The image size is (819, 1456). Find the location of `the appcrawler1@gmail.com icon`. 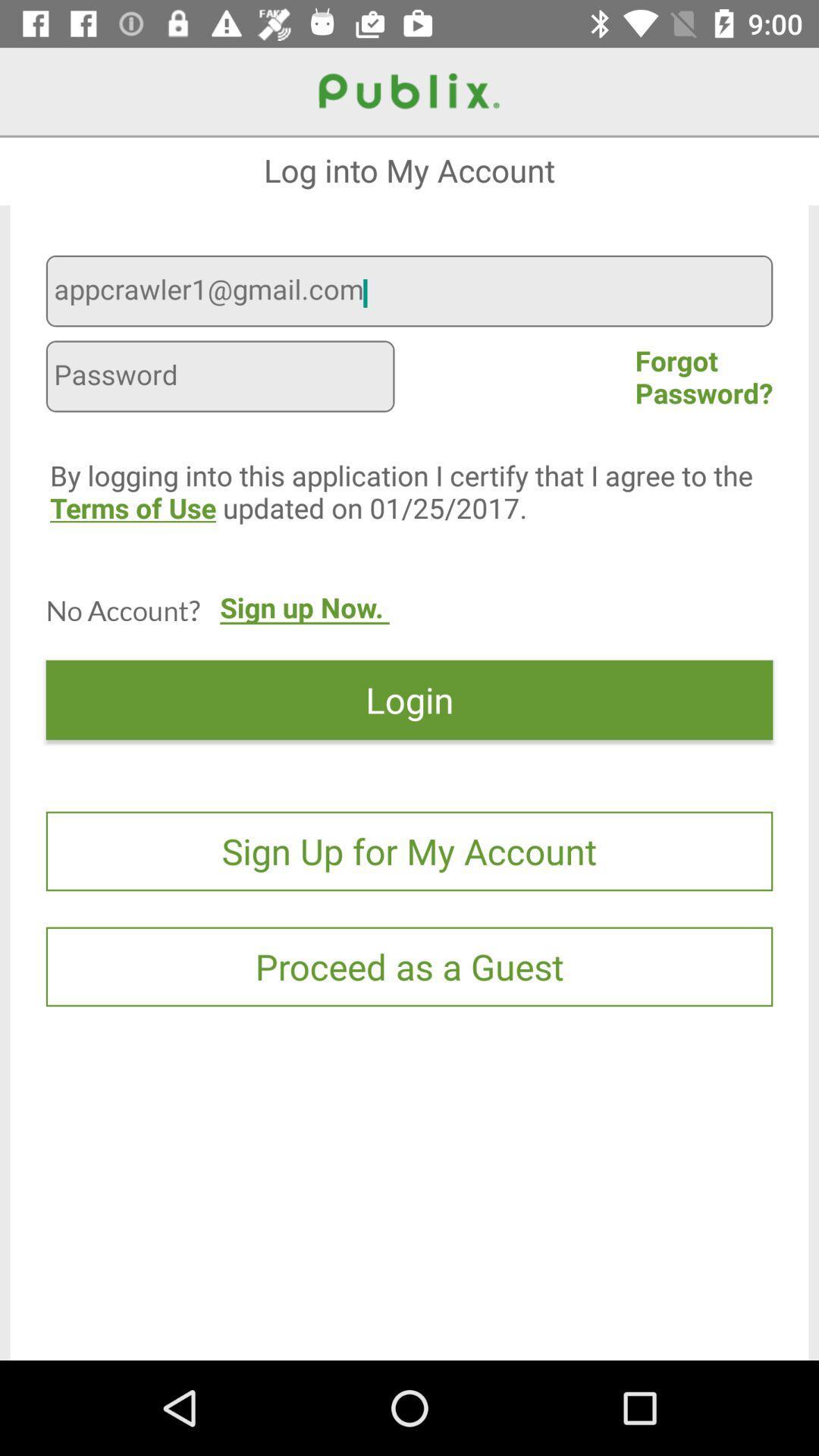

the appcrawler1@gmail.com icon is located at coordinates (409, 293).